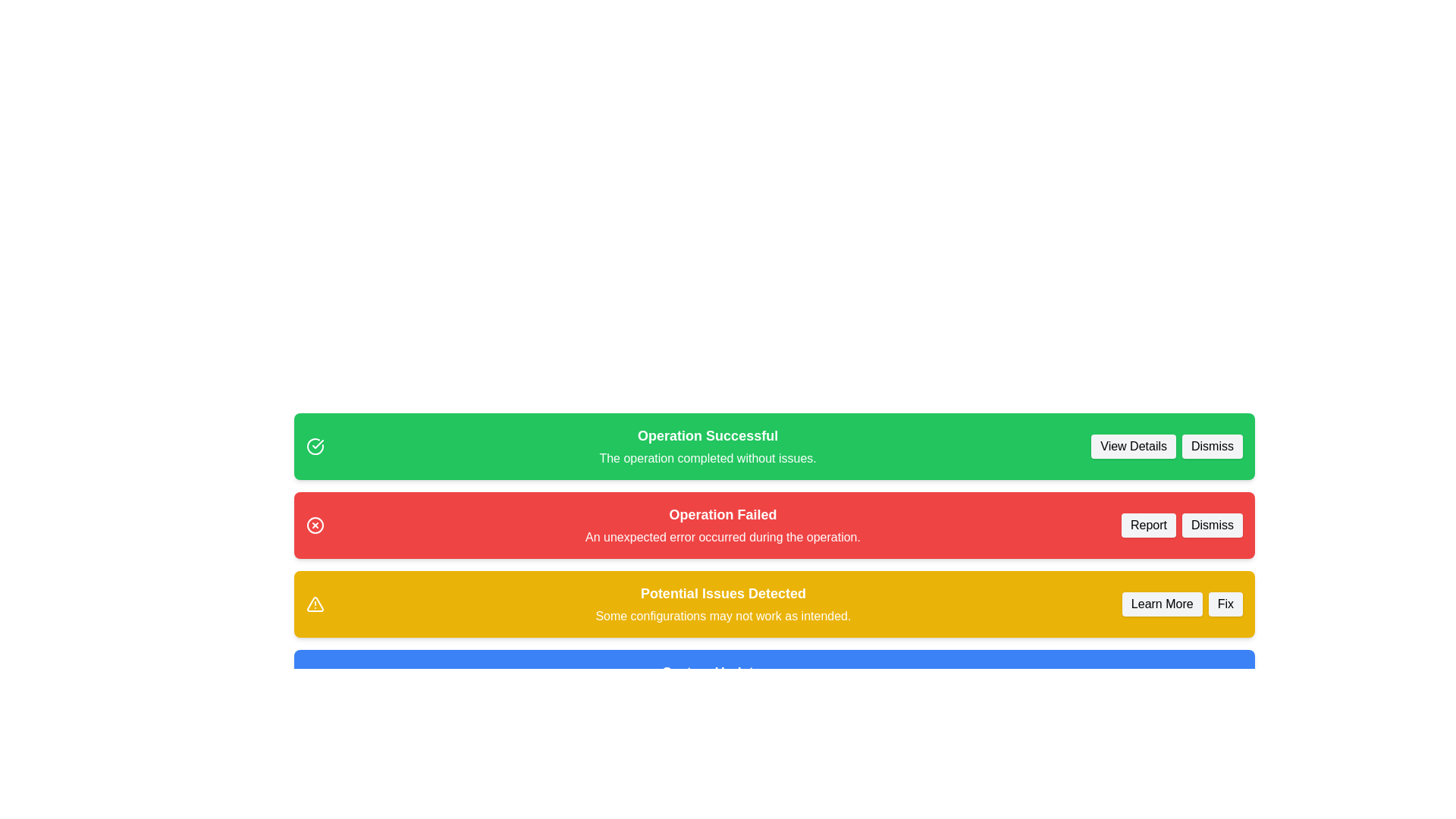 The width and height of the screenshot is (1456, 819). What do you see at coordinates (1149, 525) in the screenshot?
I see `the 'Report' button, which is a rounded rectangular button with a light gray background and black text, located in the second row of the notification panel` at bounding box center [1149, 525].